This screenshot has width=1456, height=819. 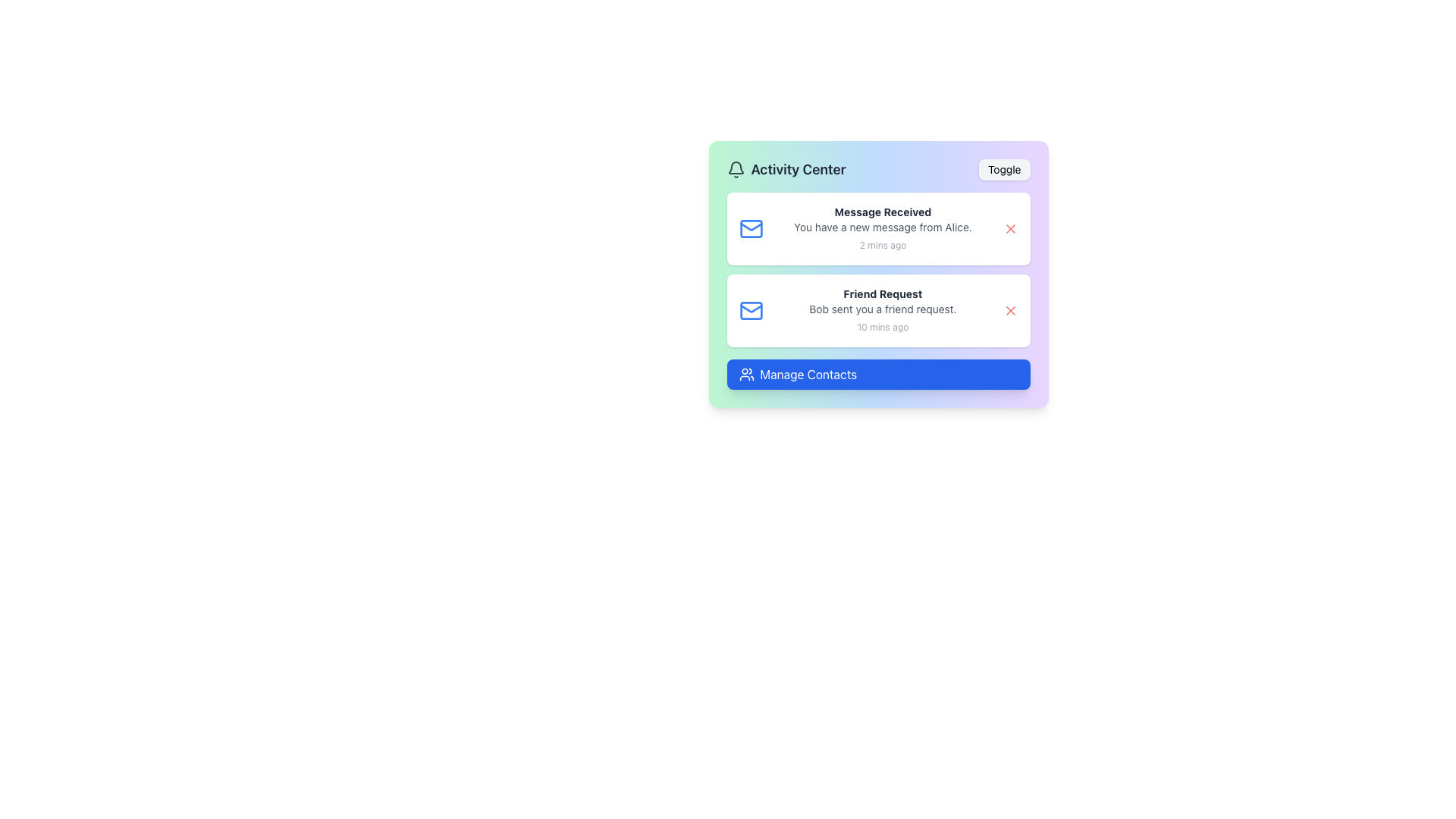 I want to click on the text label that serves as a navigation button for managing contacts in the 'Activity Center' section to trigger hover effects, so click(x=808, y=374).